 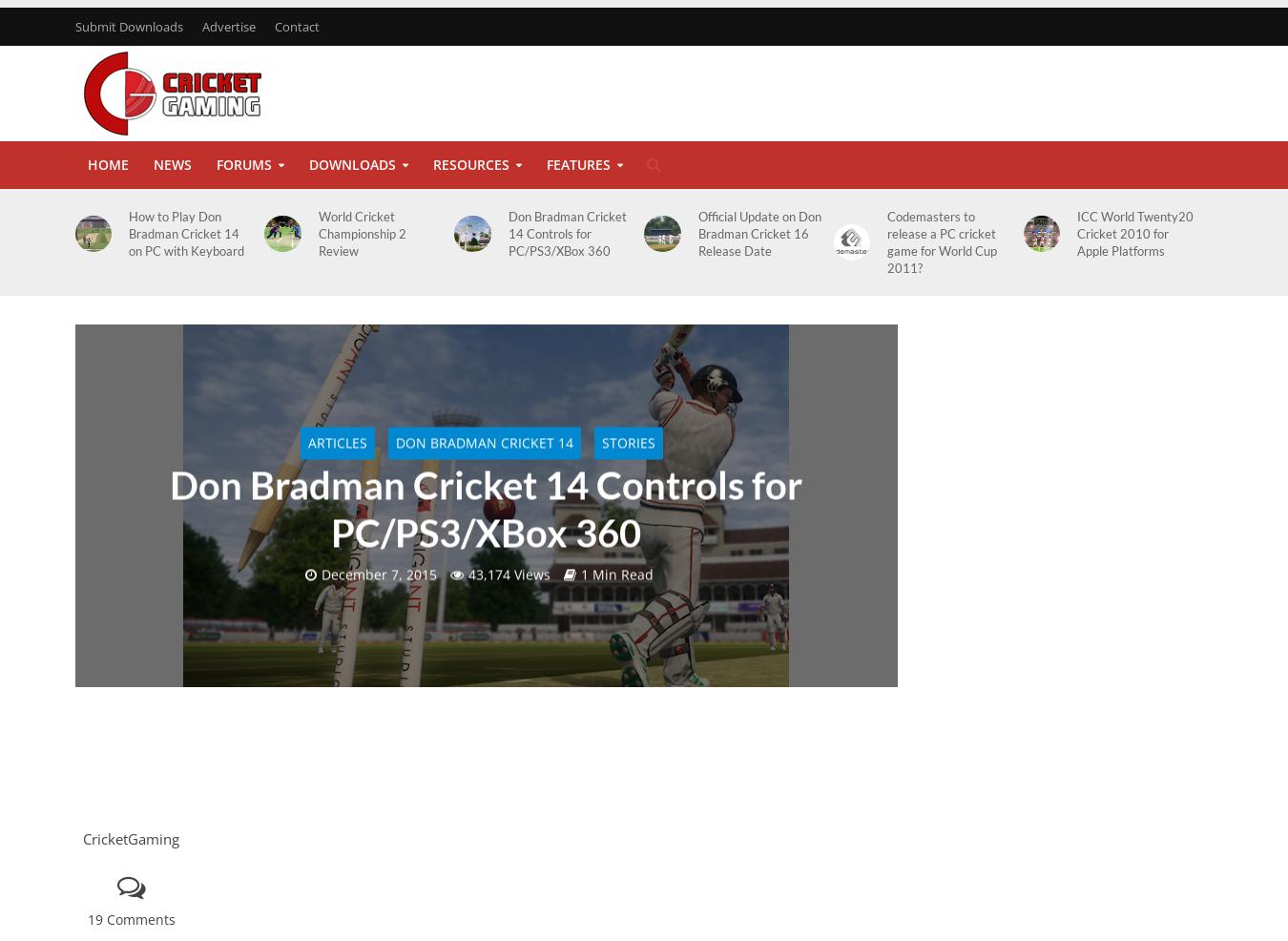 What do you see at coordinates (337, 442) in the screenshot?
I see `'Articles'` at bounding box center [337, 442].